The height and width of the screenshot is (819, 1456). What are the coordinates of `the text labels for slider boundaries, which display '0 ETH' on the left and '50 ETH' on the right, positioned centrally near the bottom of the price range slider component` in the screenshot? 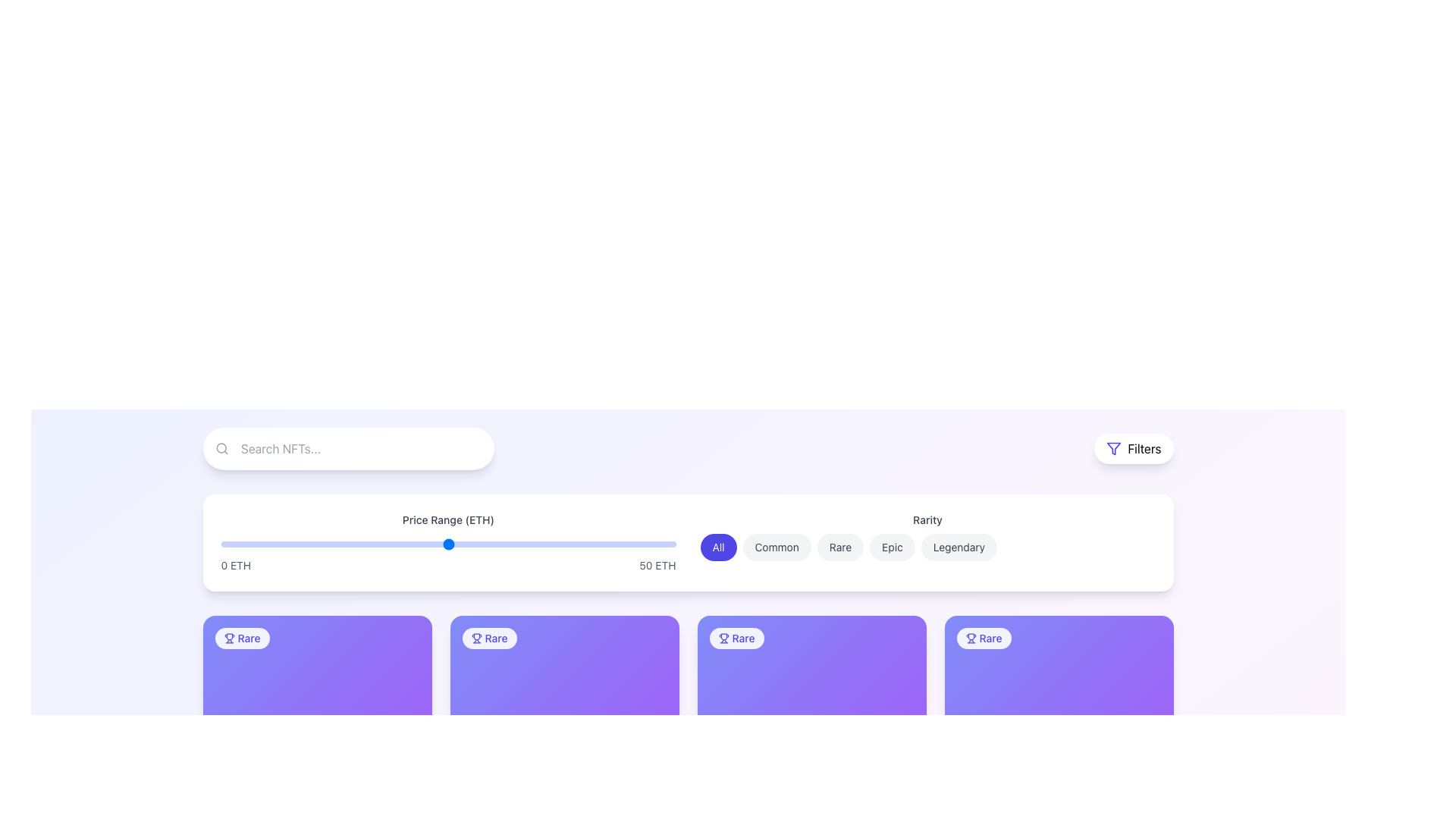 It's located at (447, 565).